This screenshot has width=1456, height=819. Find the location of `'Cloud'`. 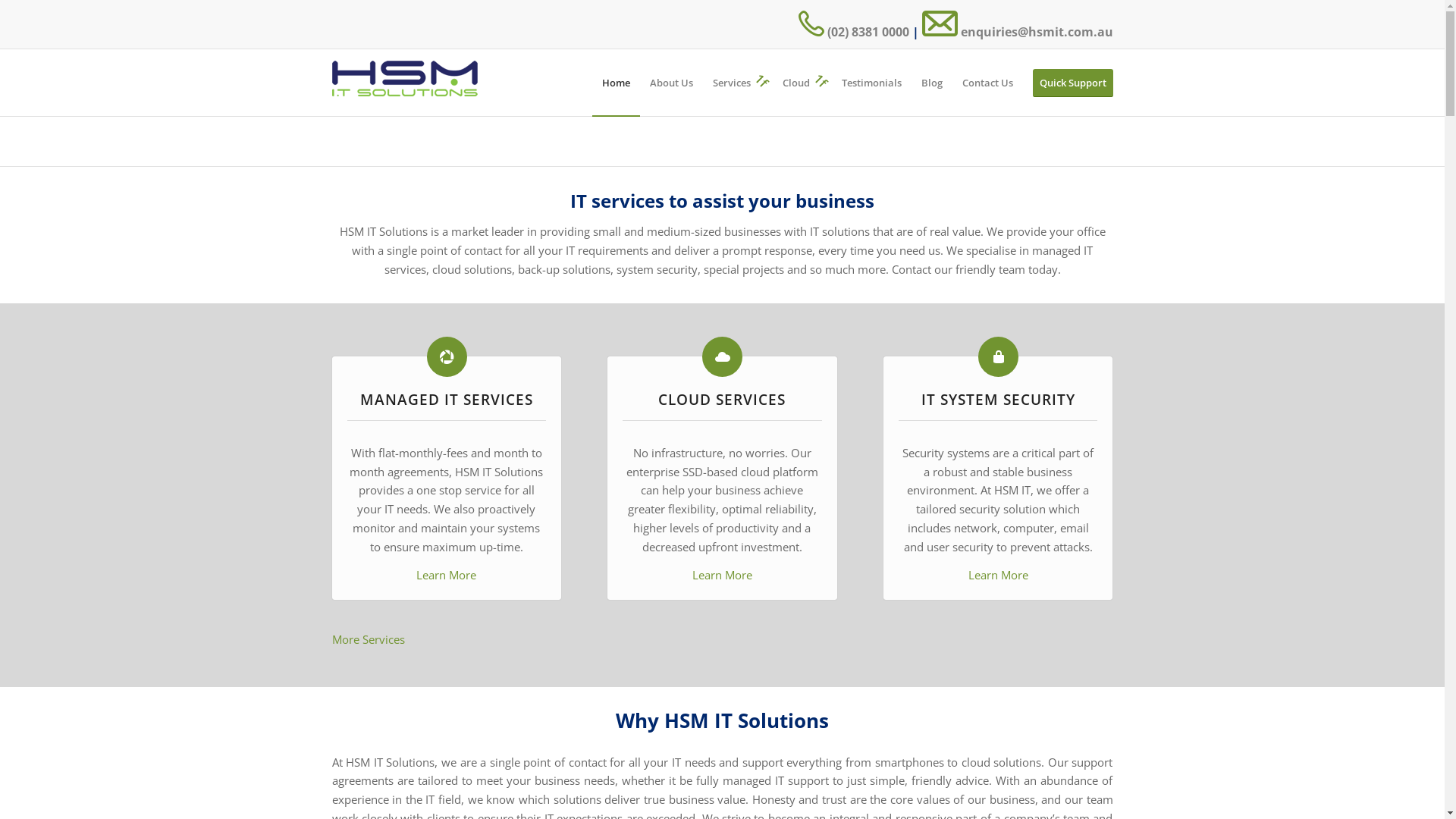

'Cloud' is located at coordinates (772, 82).